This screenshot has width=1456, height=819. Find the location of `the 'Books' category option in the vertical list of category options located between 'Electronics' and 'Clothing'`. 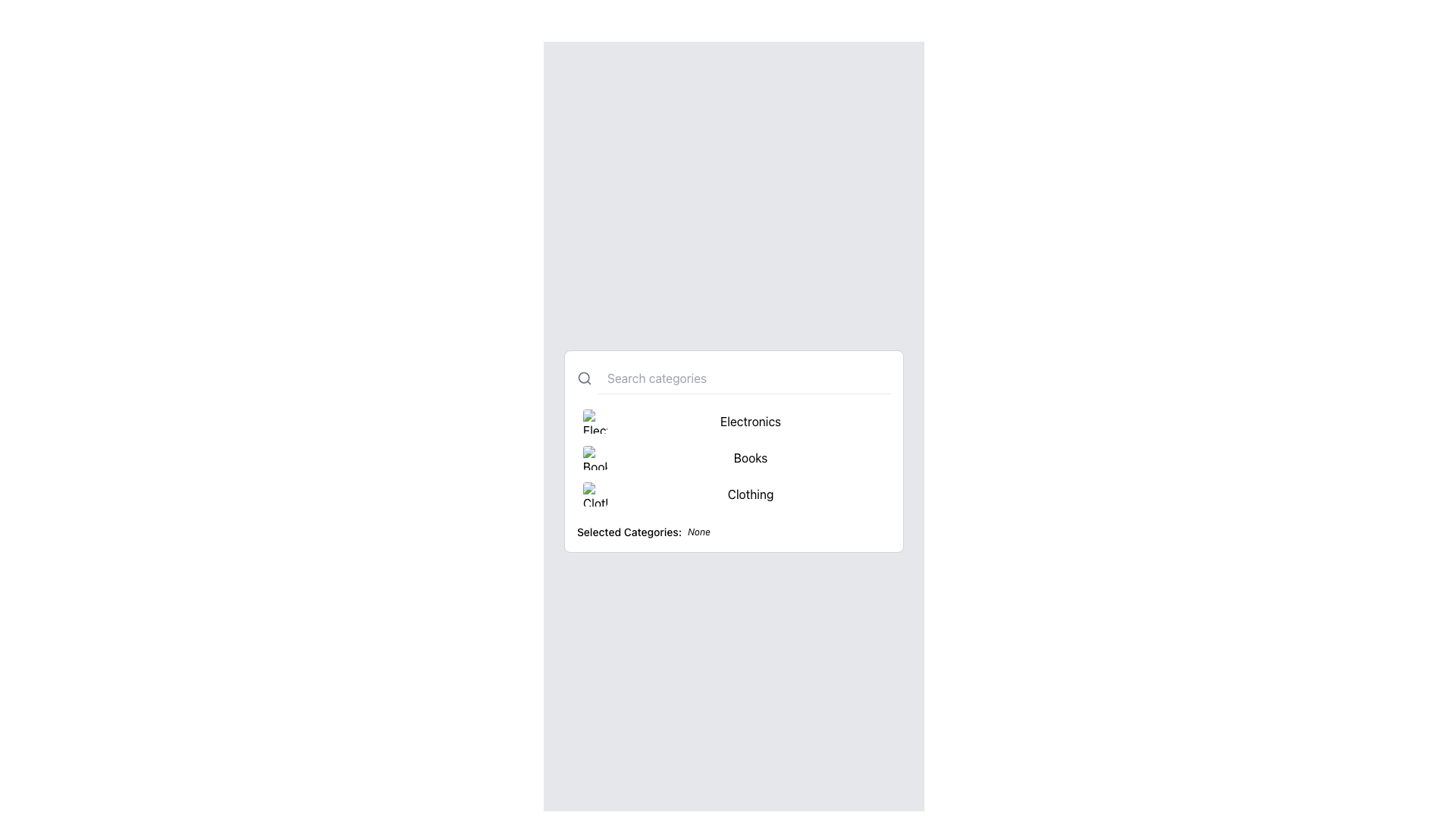

the 'Books' category option in the vertical list of category options located between 'Electronics' and 'Clothing' is located at coordinates (734, 450).